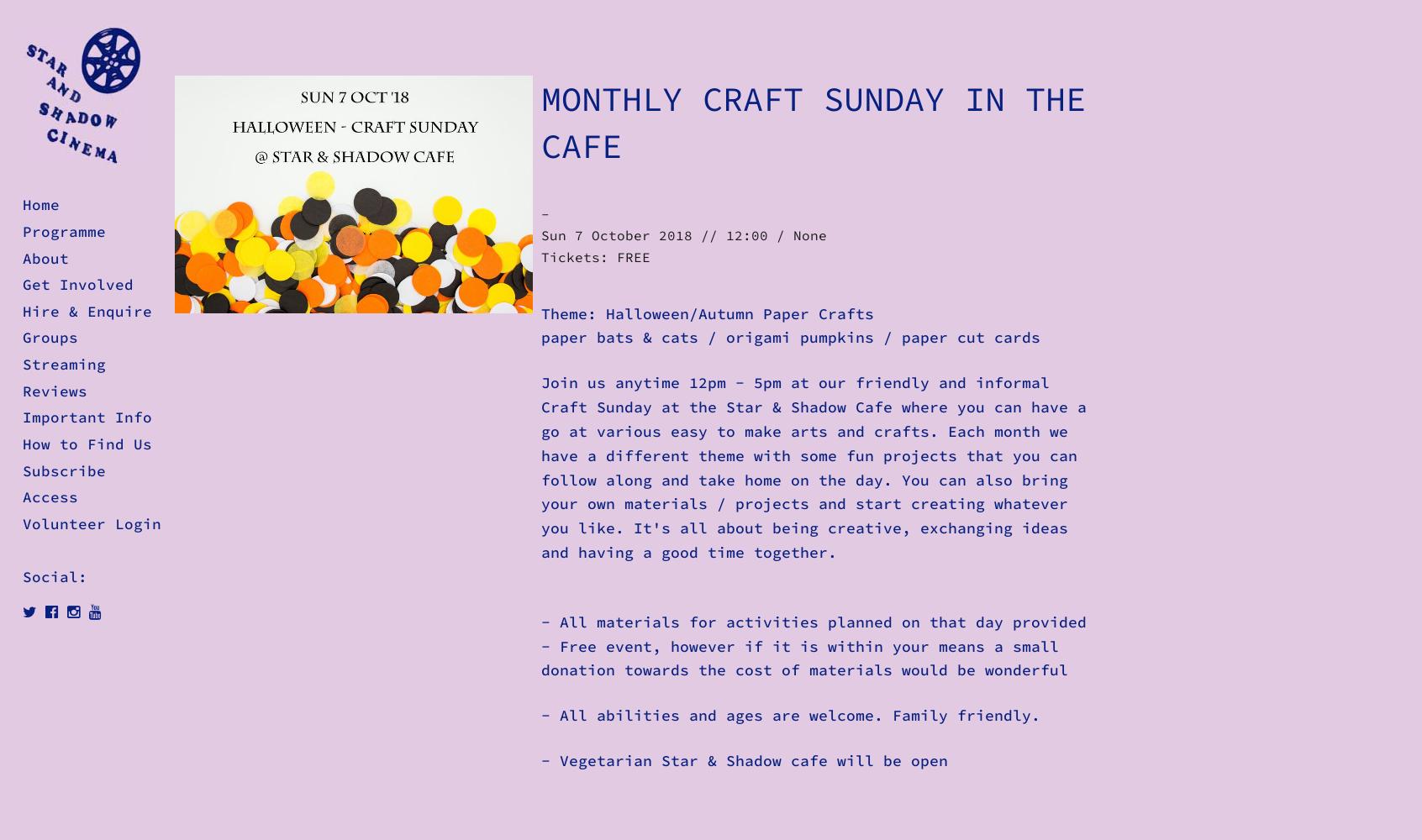 The height and width of the screenshot is (840, 1422). What do you see at coordinates (64, 231) in the screenshot?
I see `'Programme'` at bounding box center [64, 231].